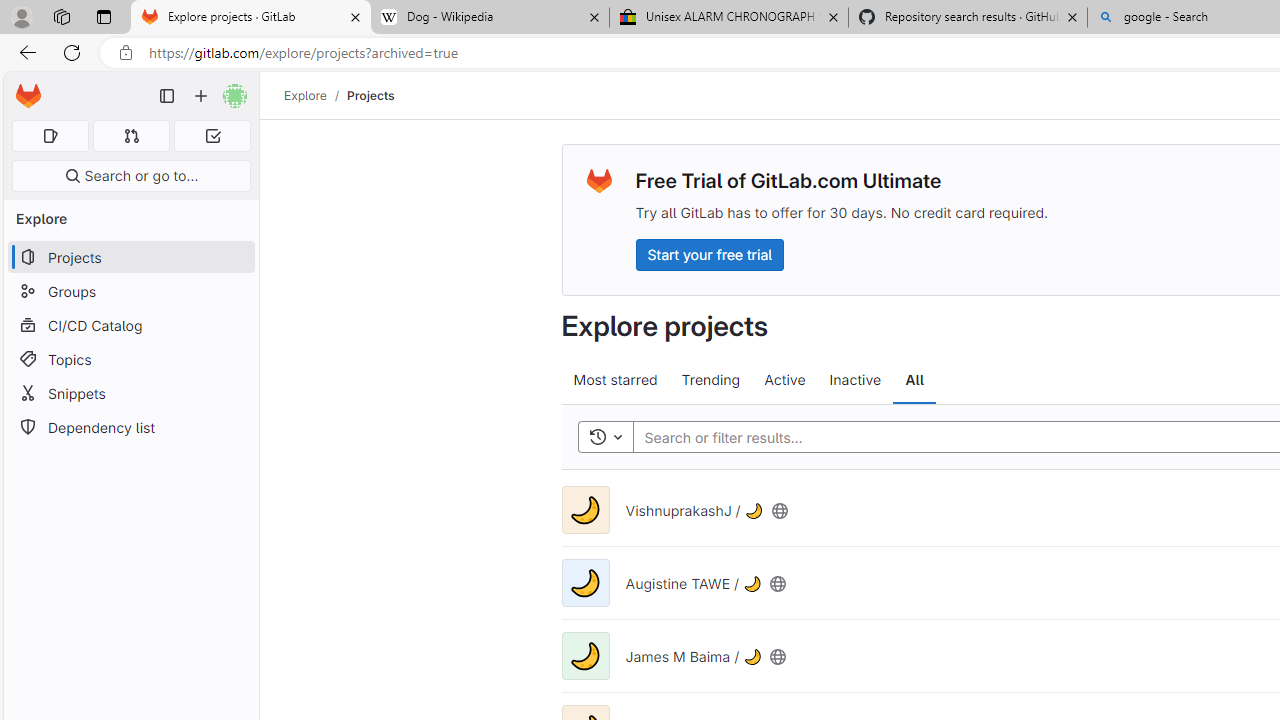  I want to click on 'Trending', so click(711, 380).